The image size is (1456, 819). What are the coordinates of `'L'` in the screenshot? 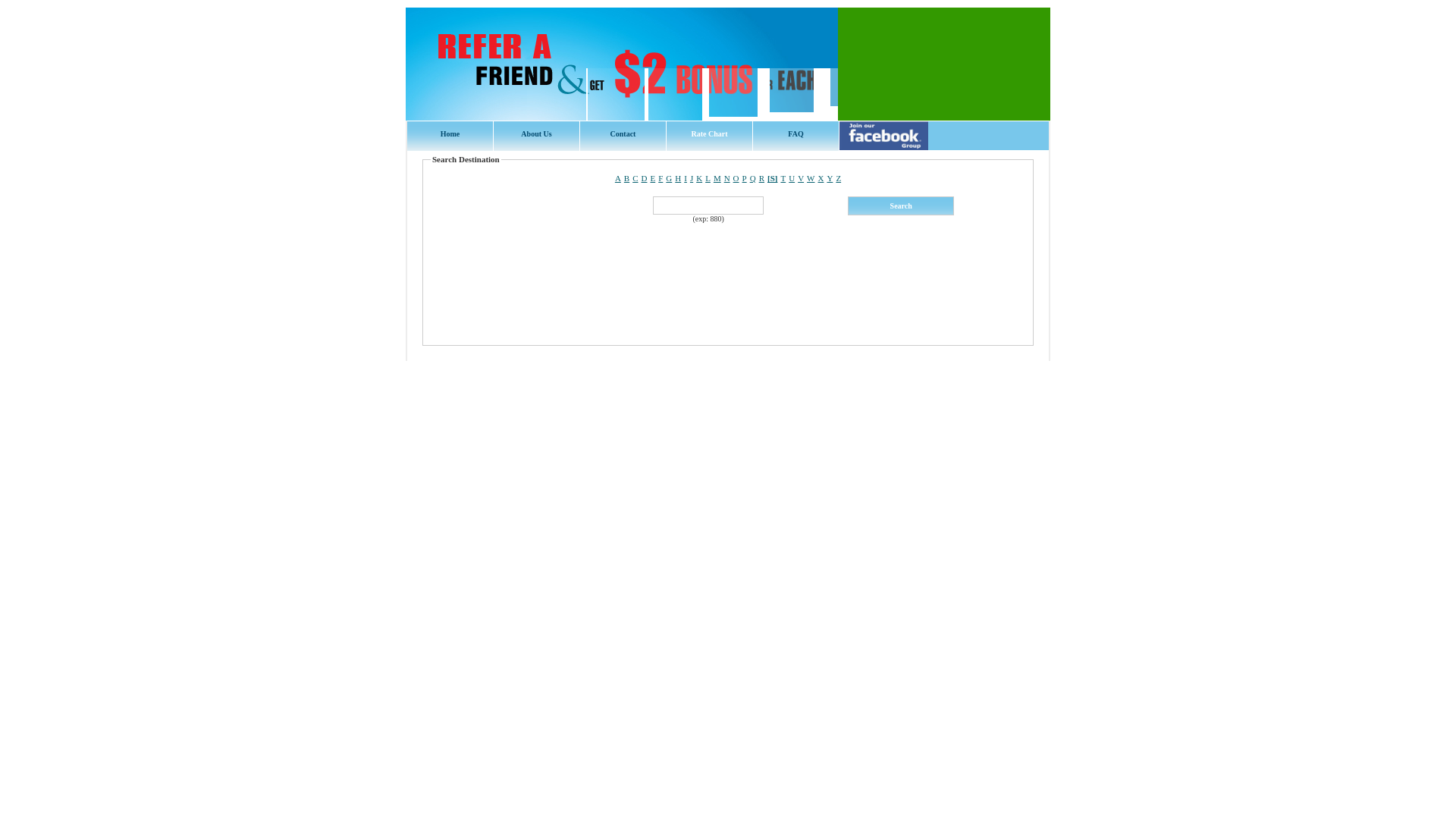 It's located at (704, 177).